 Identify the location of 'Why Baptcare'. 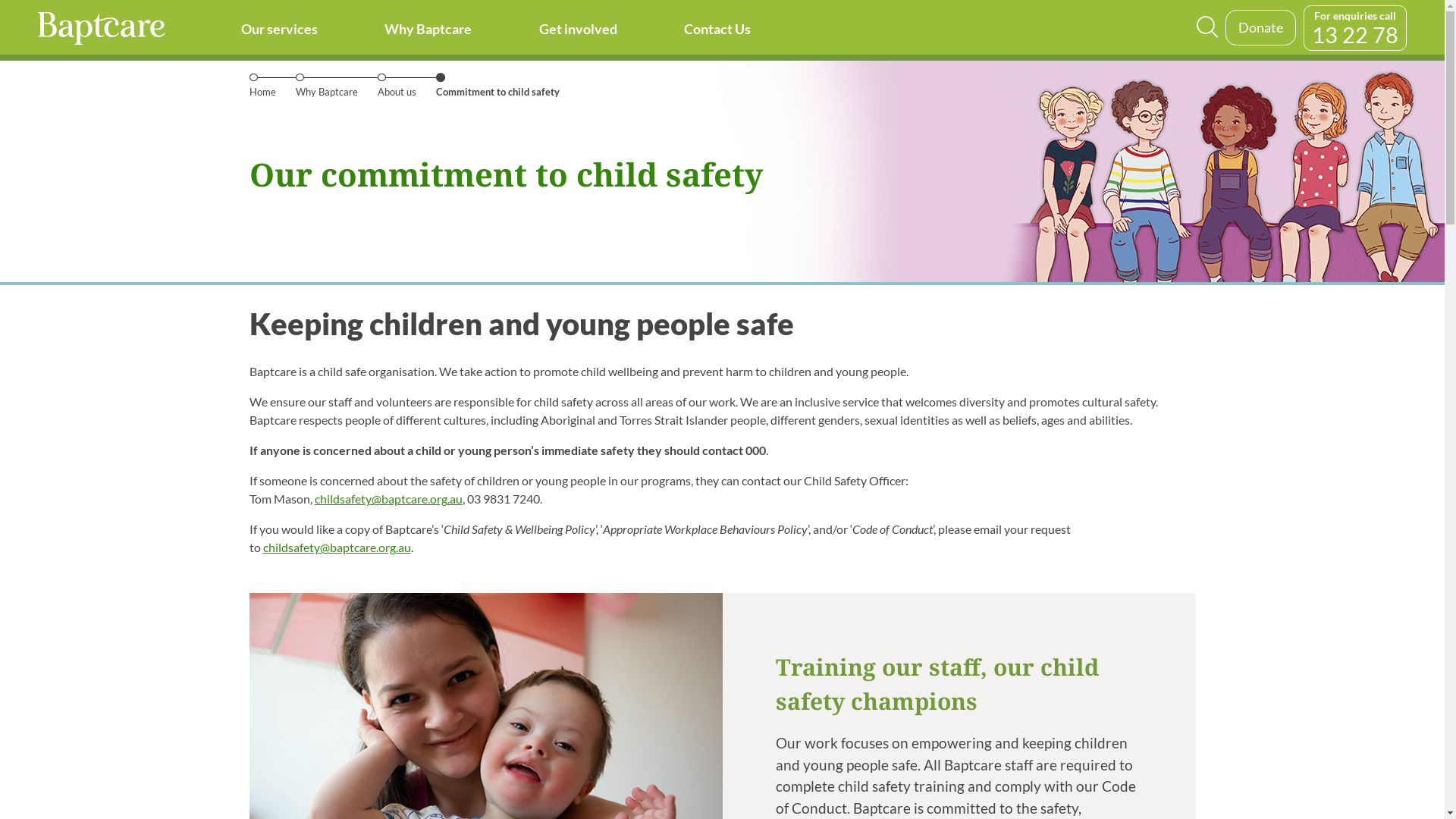
(427, 33).